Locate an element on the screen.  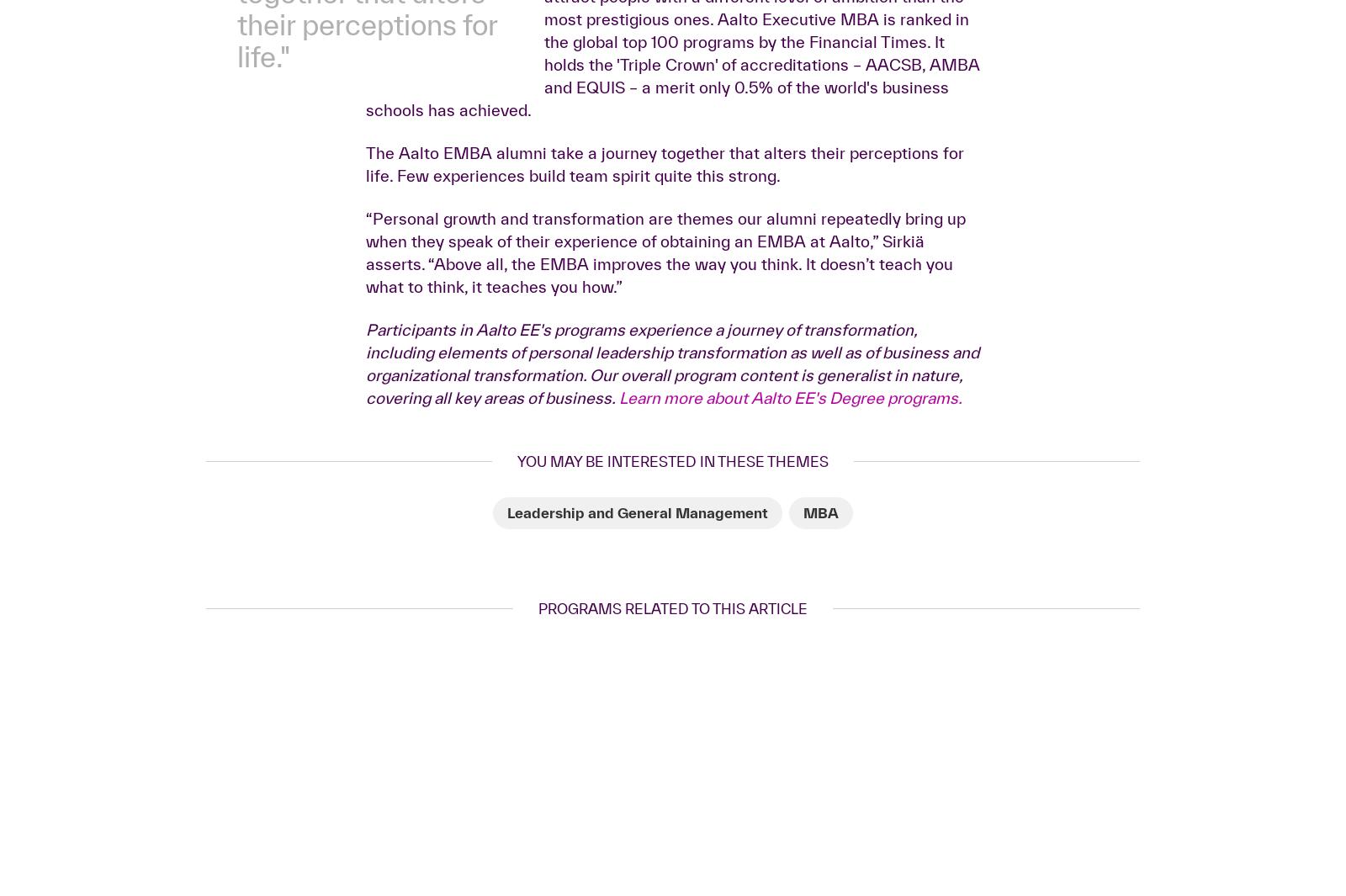
'The Aalto EMBA alumni take a journey together that alters their perceptions for life. Few experiences build team spirit quite this strong.' is located at coordinates (365, 428).